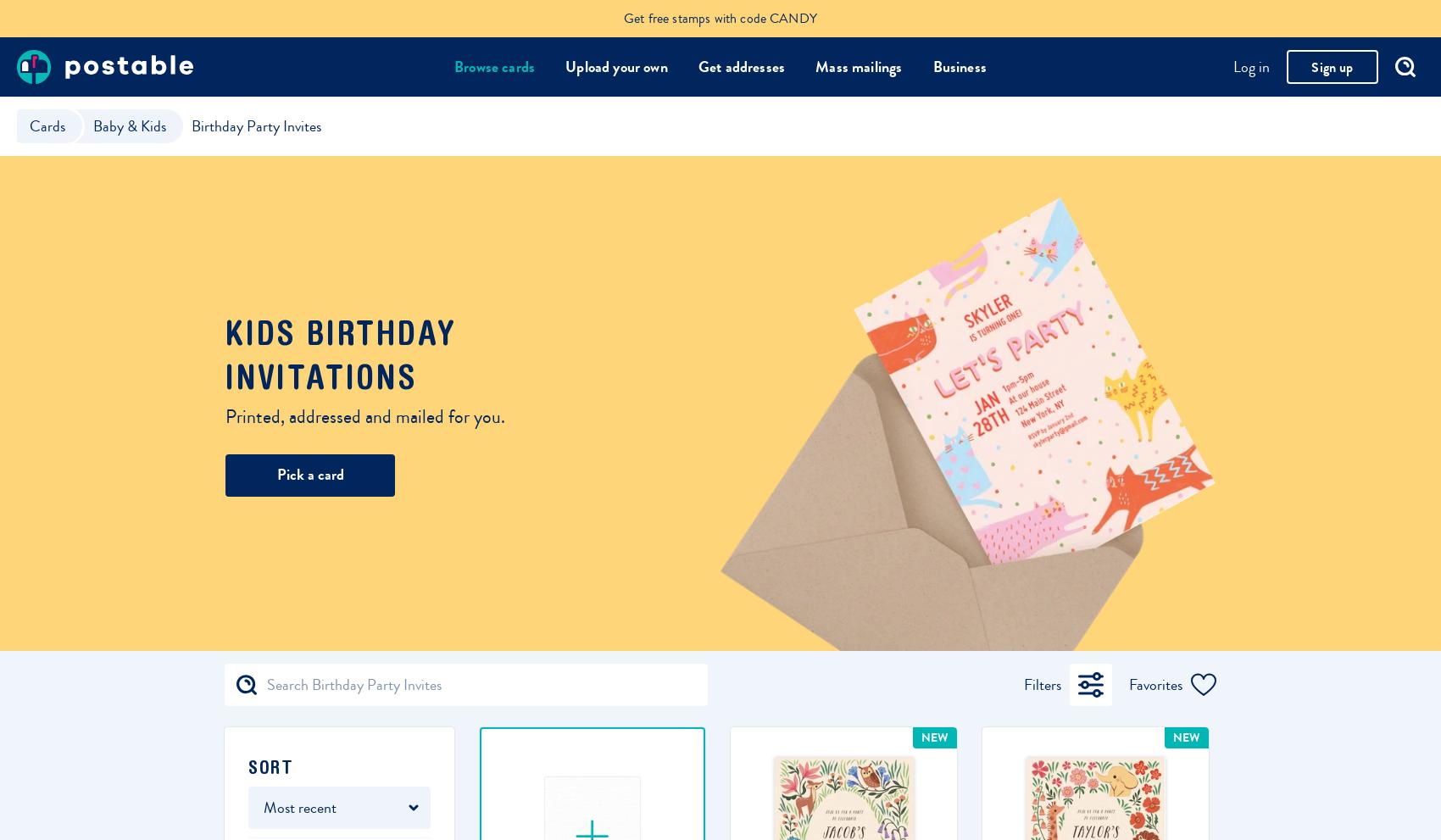 Image resolution: width=1441 pixels, height=840 pixels. I want to click on 'Printed, addressed and mailed for you.', so click(225, 415).